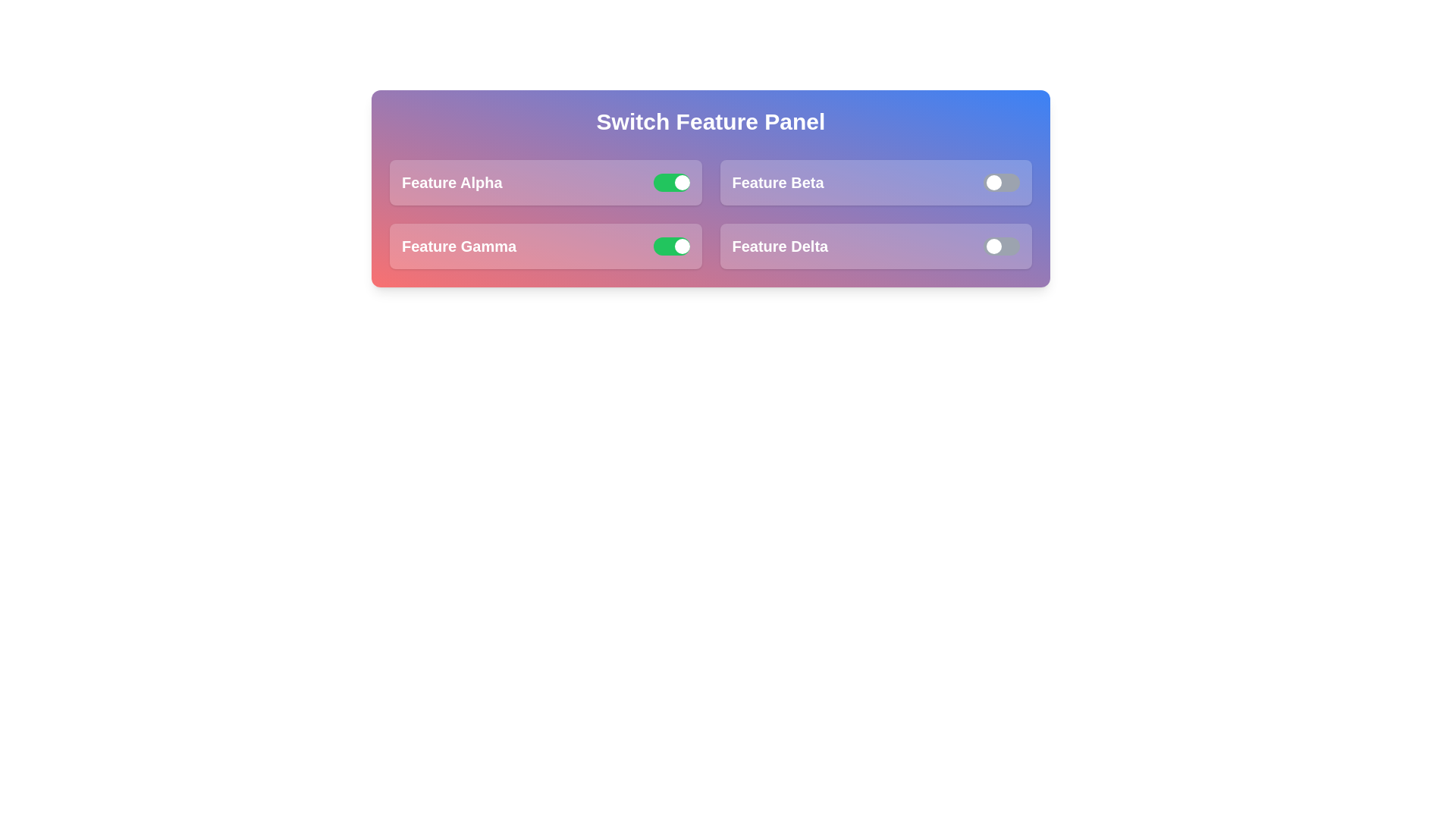  What do you see at coordinates (1001, 245) in the screenshot?
I see `the switch for Feature Delta` at bounding box center [1001, 245].